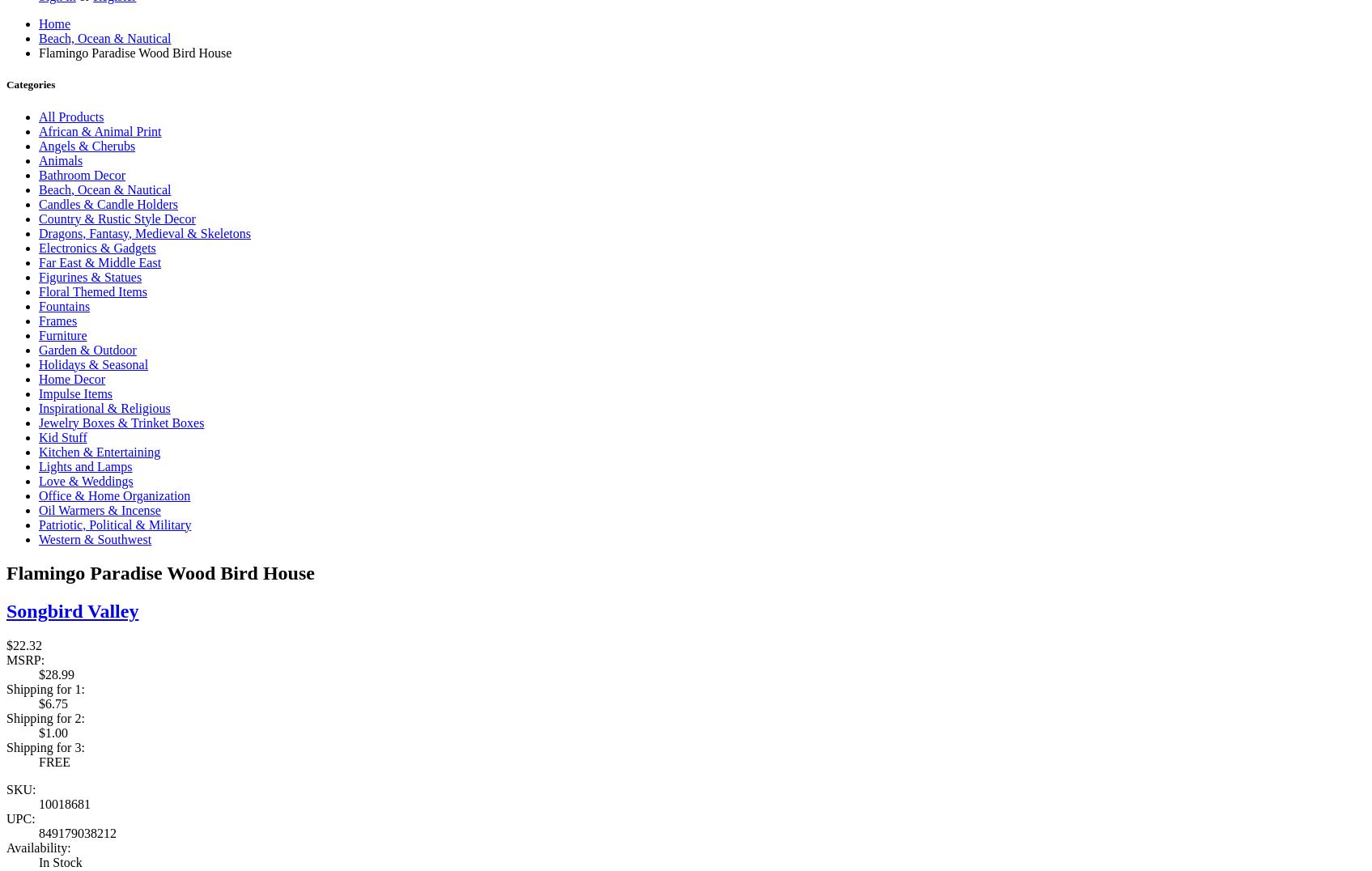 Image resolution: width=1372 pixels, height=871 pixels. Describe the element at coordinates (38, 537) in the screenshot. I see `'Western & Southwest'` at that location.